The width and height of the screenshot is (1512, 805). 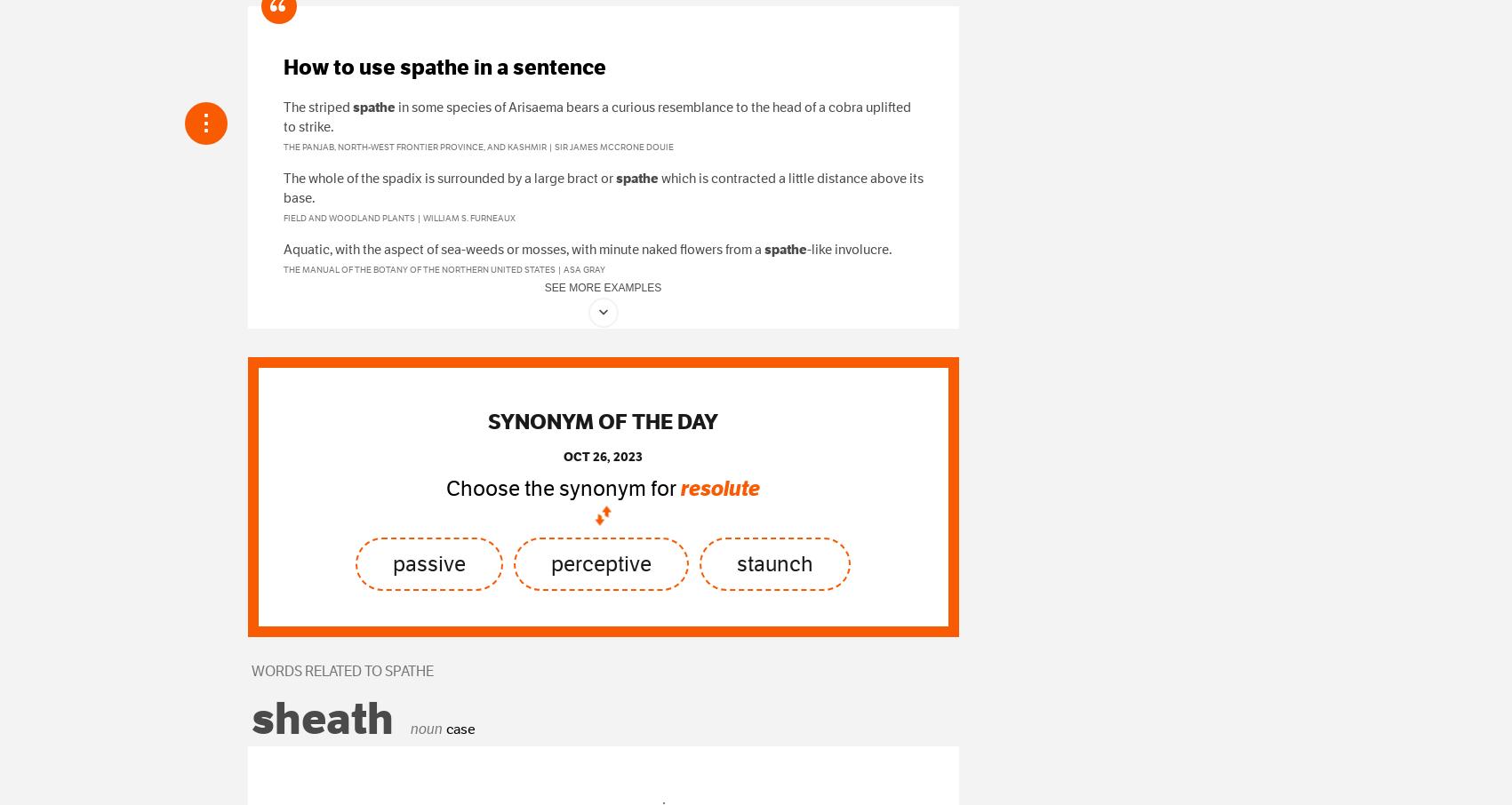 I want to click on 'in some species of Arisaema bears a curious resemblance to the head of a cobra uplifted to strike.', so click(x=596, y=116).